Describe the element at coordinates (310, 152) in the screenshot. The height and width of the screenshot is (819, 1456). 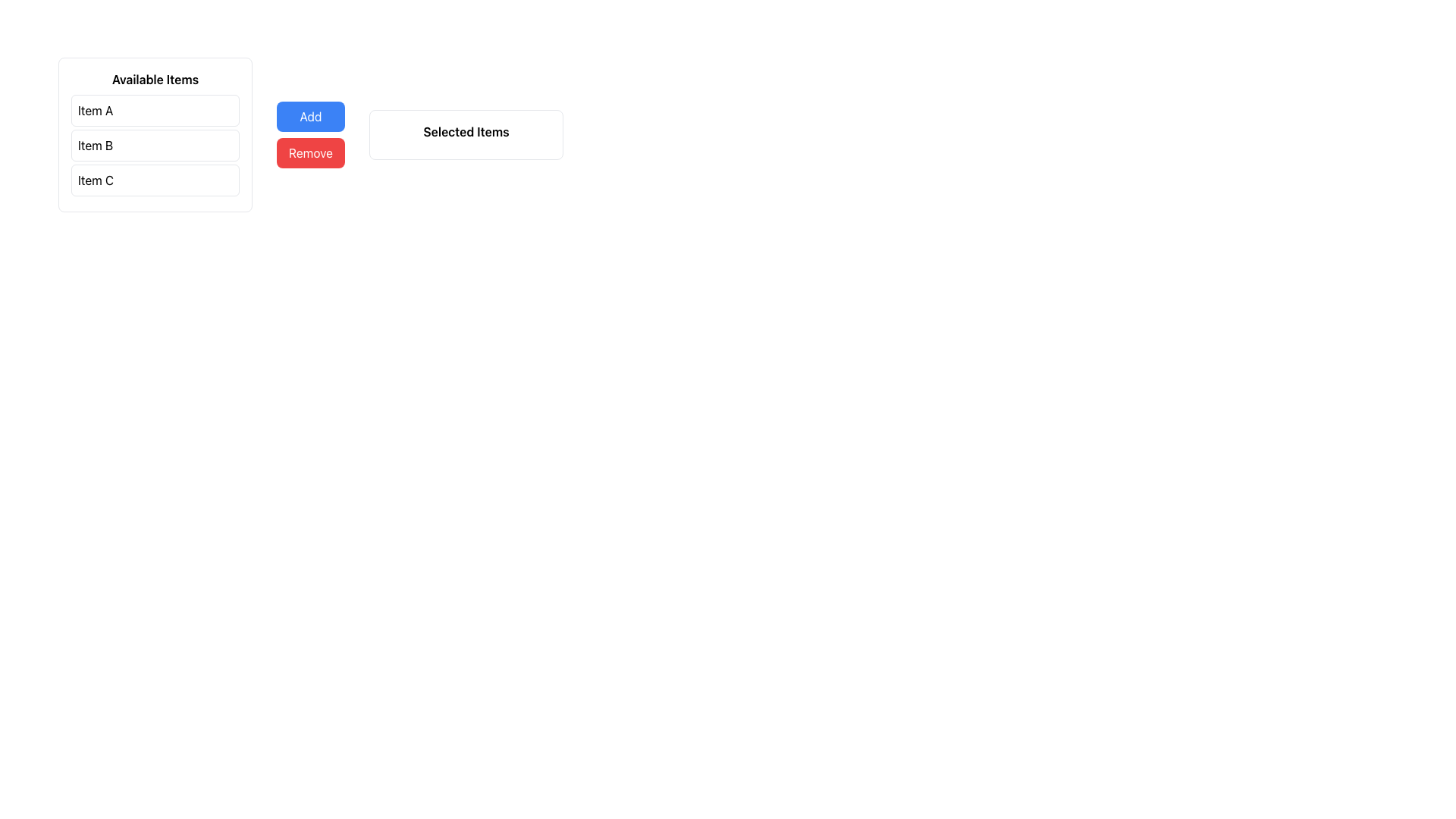
I see `the 'Remove' button located below the 'Add' button in the center-right section of the interface` at that location.